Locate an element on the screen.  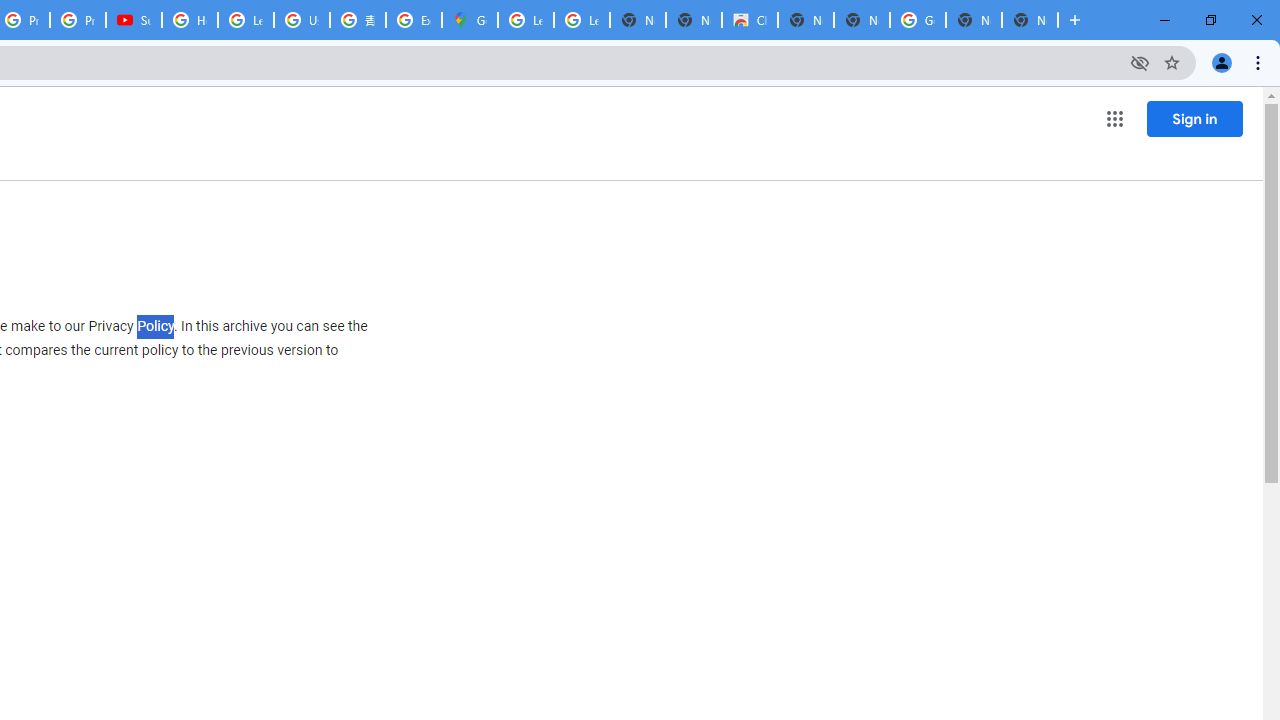
'Google Maps' is located at coordinates (468, 20).